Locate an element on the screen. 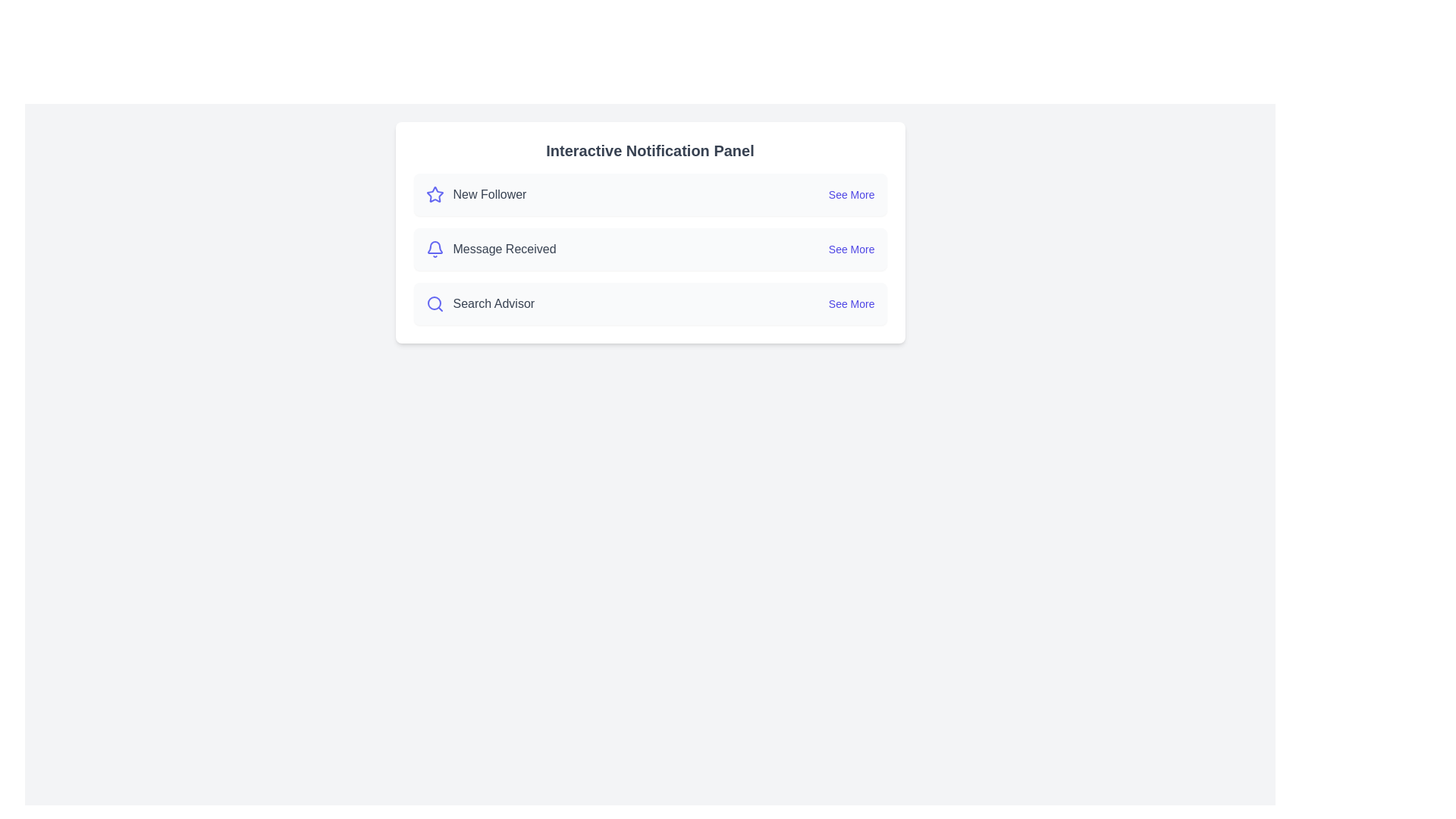 The image size is (1456, 819). the 'Interactive Notification Panel' by clicking on it to access additional actions for individual notifications is located at coordinates (650, 233).